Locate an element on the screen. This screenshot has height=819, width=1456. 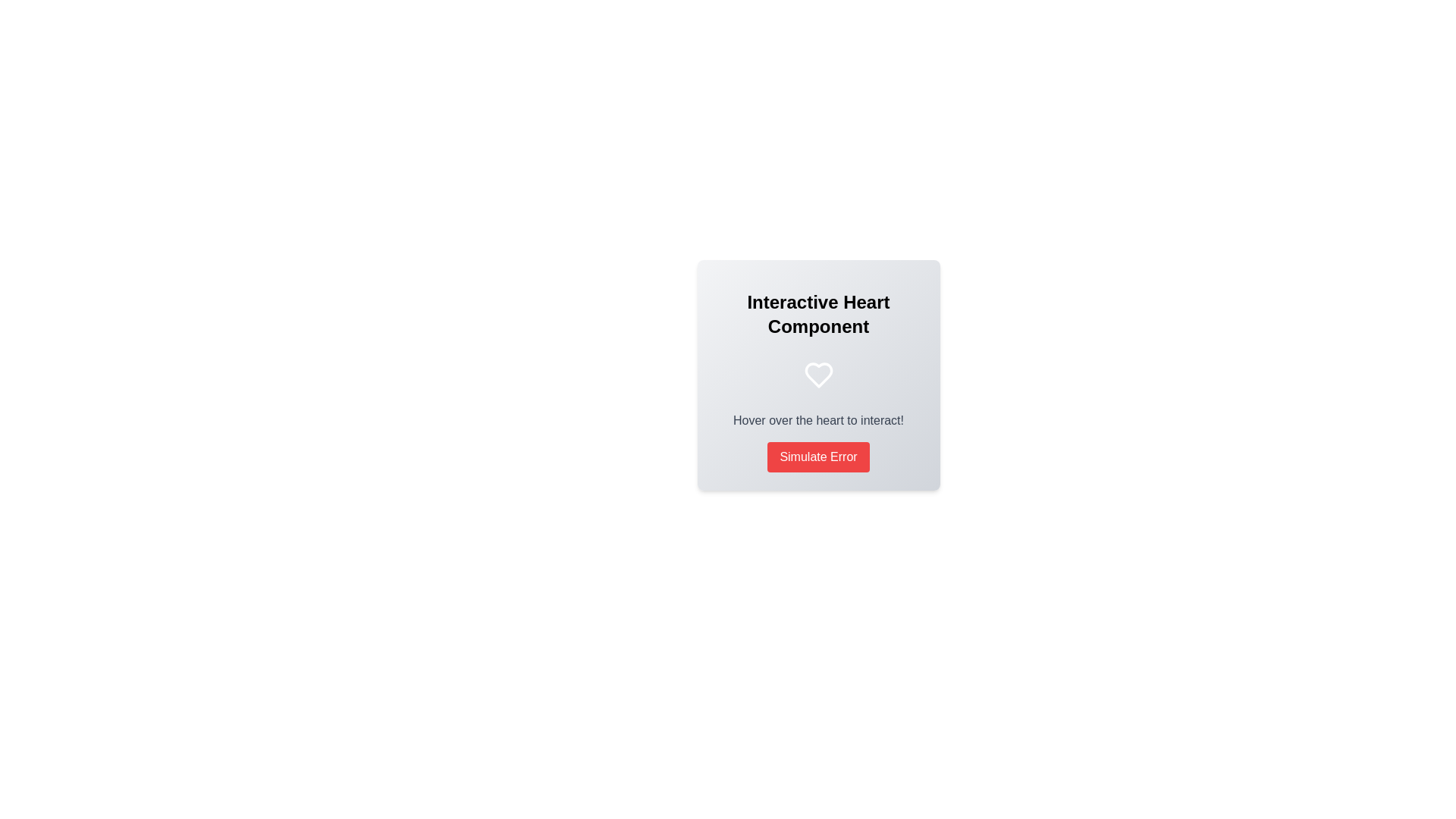
the center of the heart icon enclosed in a circular blue background, which is part of the Interactive Heart Component card is located at coordinates (817, 375).